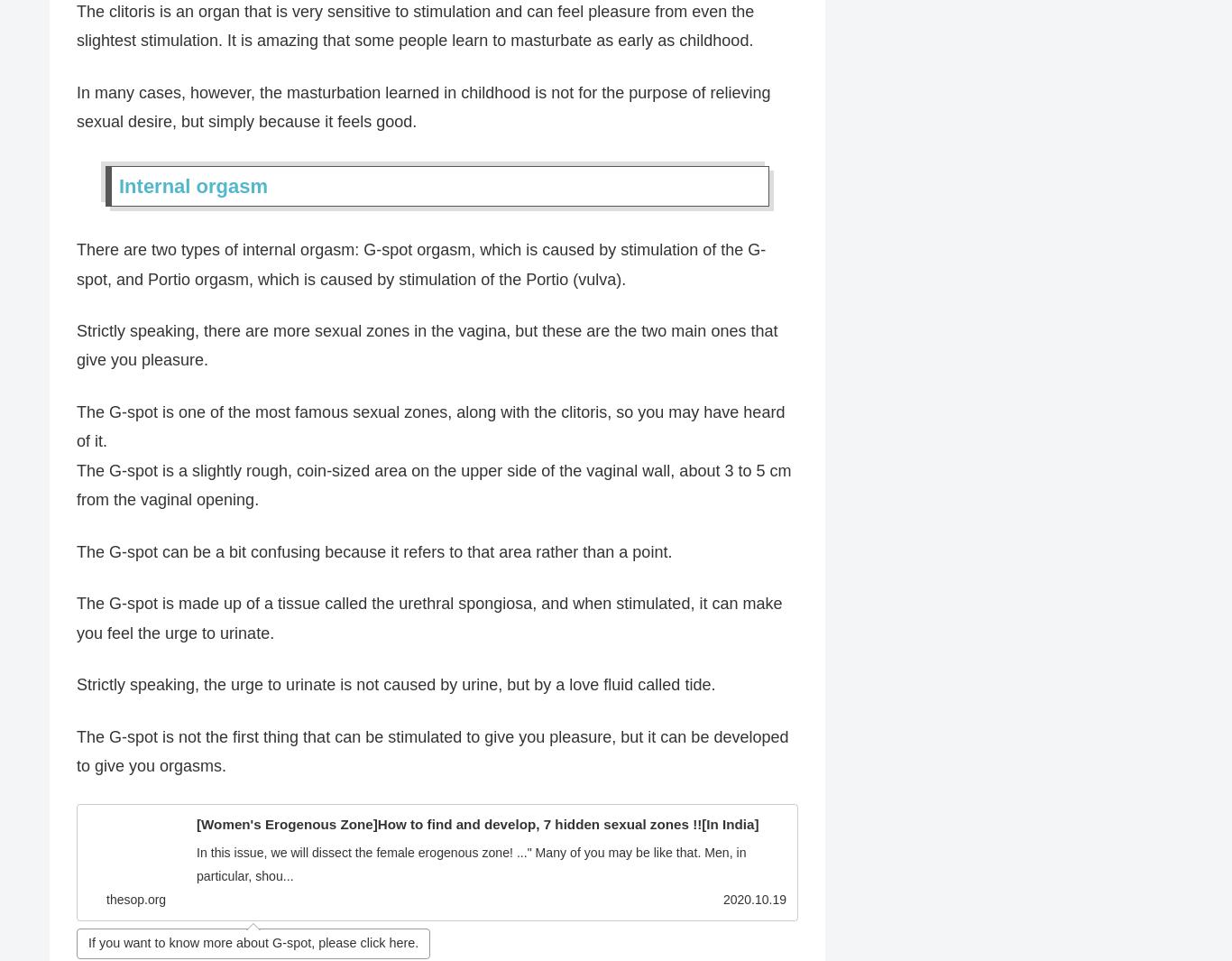 The height and width of the screenshot is (961, 1232). What do you see at coordinates (421, 263) in the screenshot?
I see `'There are two types of internal orgasm: G-spot orgasm, which is caused by stimulation of the G-spot, and Portio orgasm, which is caused by stimulation of the Portio (vulva).'` at bounding box center [421, 263].